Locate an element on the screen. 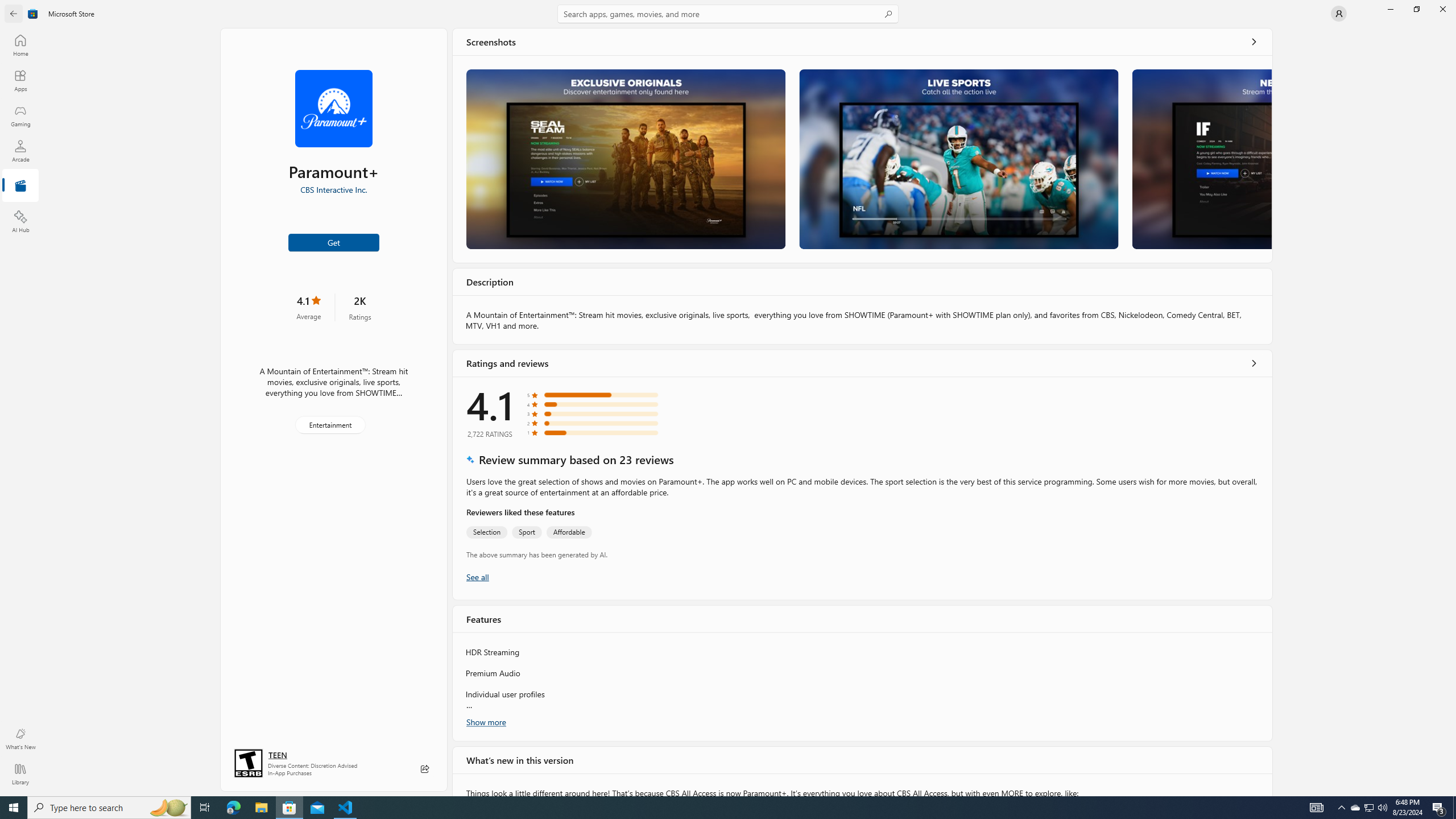 The height and width of the screenshot is (819, 1456). '4.1 stars. Click to skip to ratings and reviews' is located at coordinates (308, 307).